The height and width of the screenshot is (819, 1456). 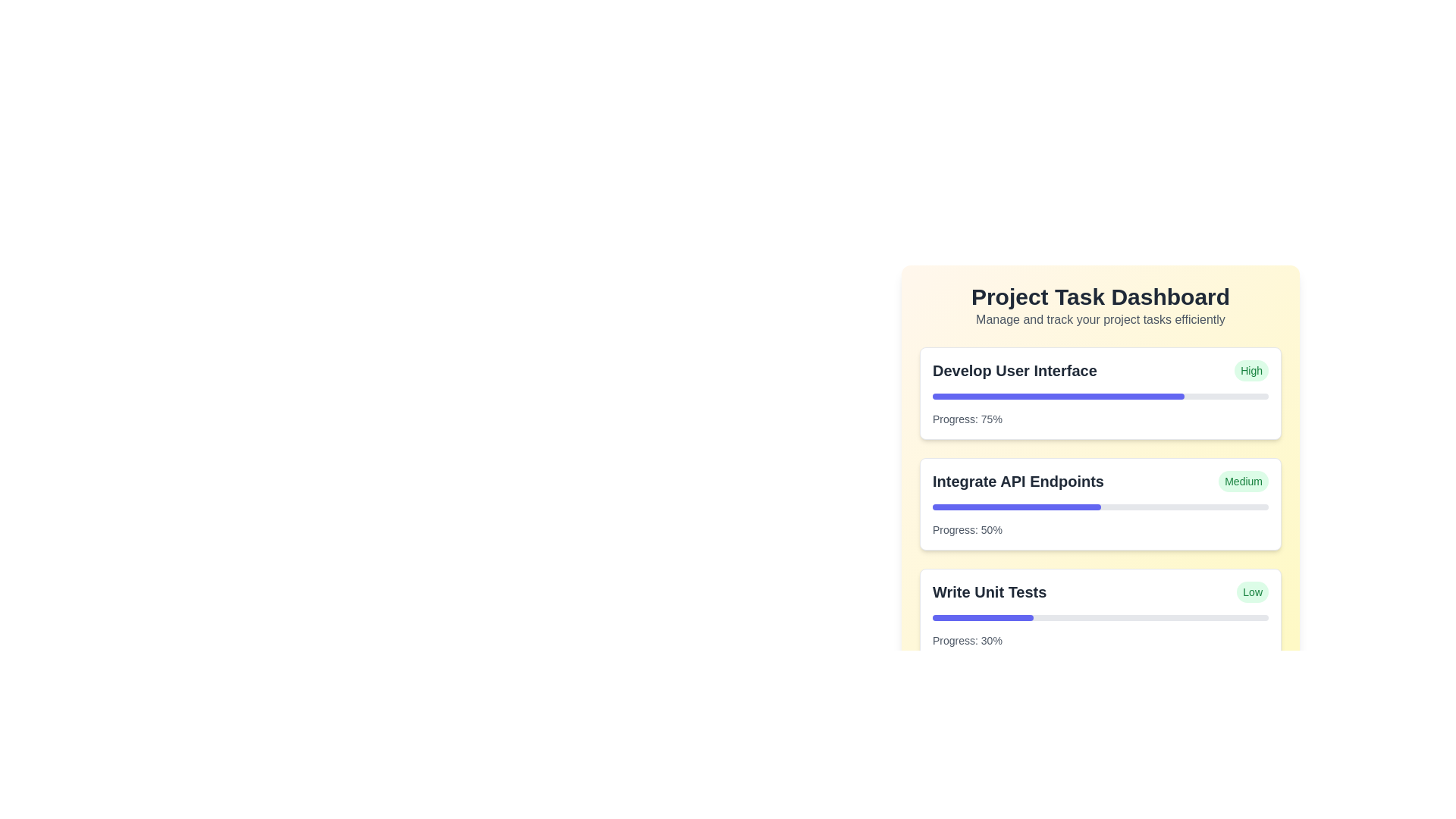 What do you see at coordinates (1100, 529) in the screenshot?
I see `the informational text indicating the current completion status of the task located at the center of the card` at bounding box center [1100, 529].